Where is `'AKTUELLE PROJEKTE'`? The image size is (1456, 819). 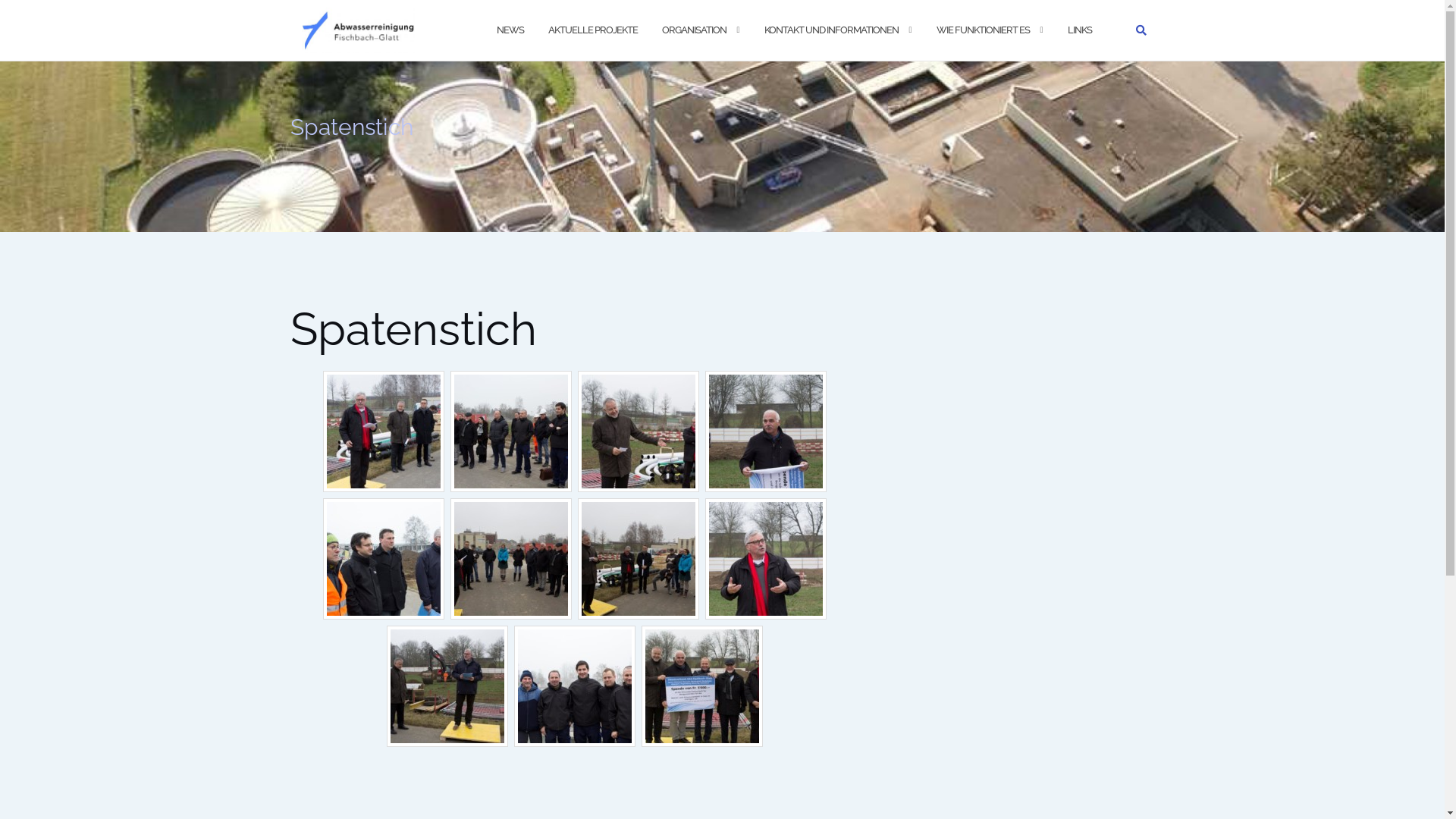
'AKTUELLE PROJEKTE' is located at coordinates (546, 30).